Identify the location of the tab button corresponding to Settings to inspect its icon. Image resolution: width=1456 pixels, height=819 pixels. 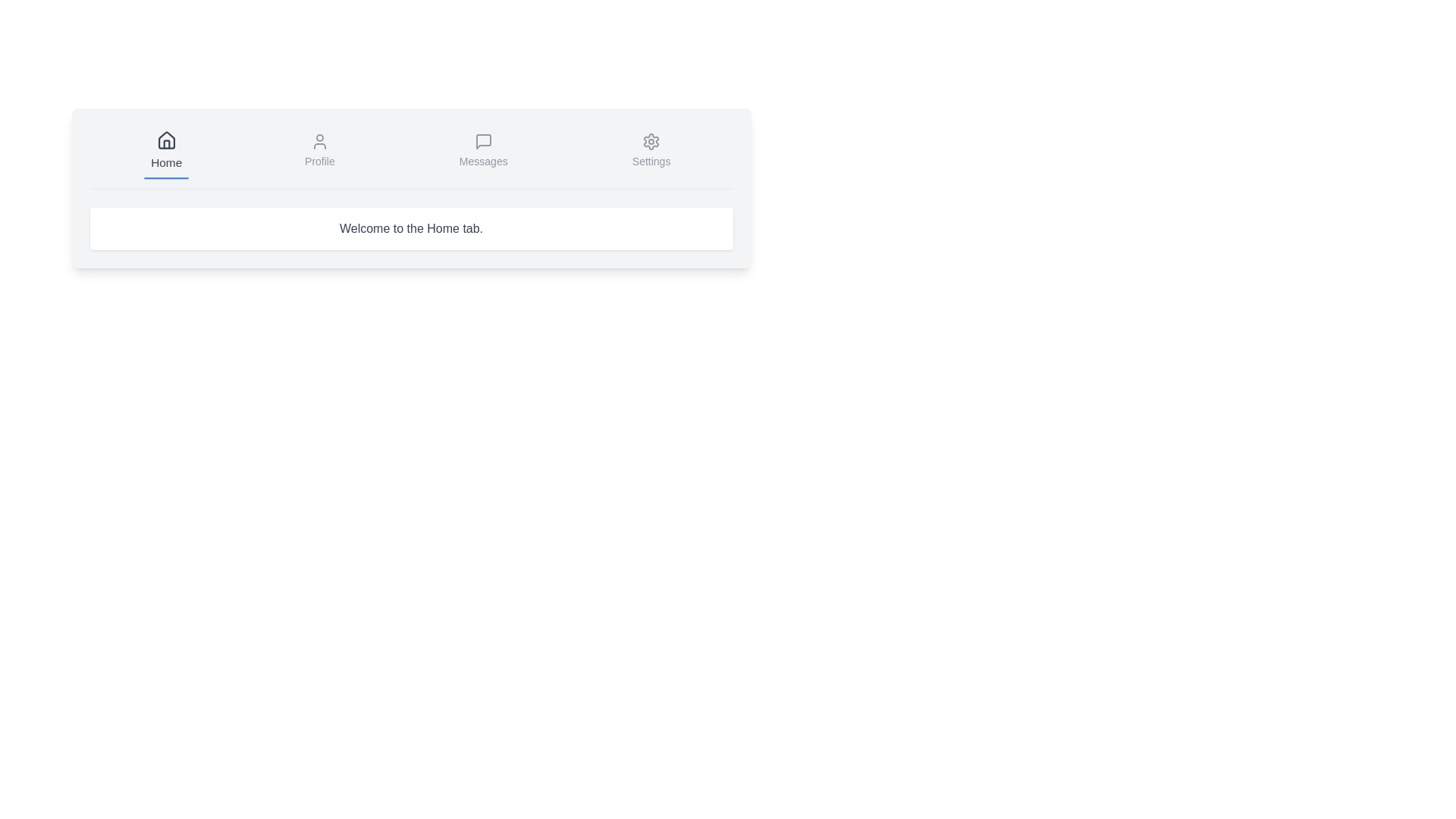
(651, 152).